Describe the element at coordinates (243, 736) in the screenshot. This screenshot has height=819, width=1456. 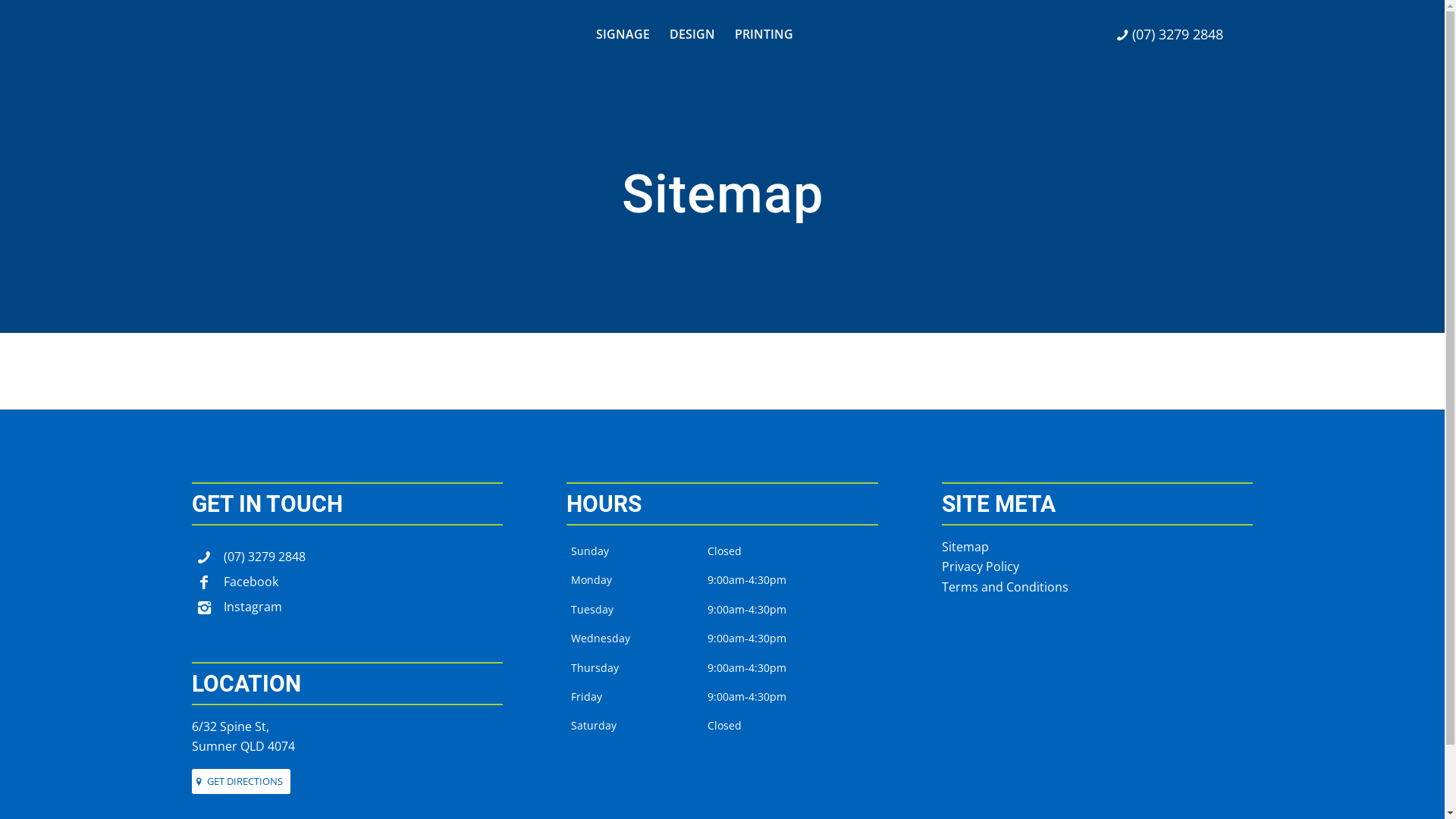
I see `'6/32 Spine St,` at that location.